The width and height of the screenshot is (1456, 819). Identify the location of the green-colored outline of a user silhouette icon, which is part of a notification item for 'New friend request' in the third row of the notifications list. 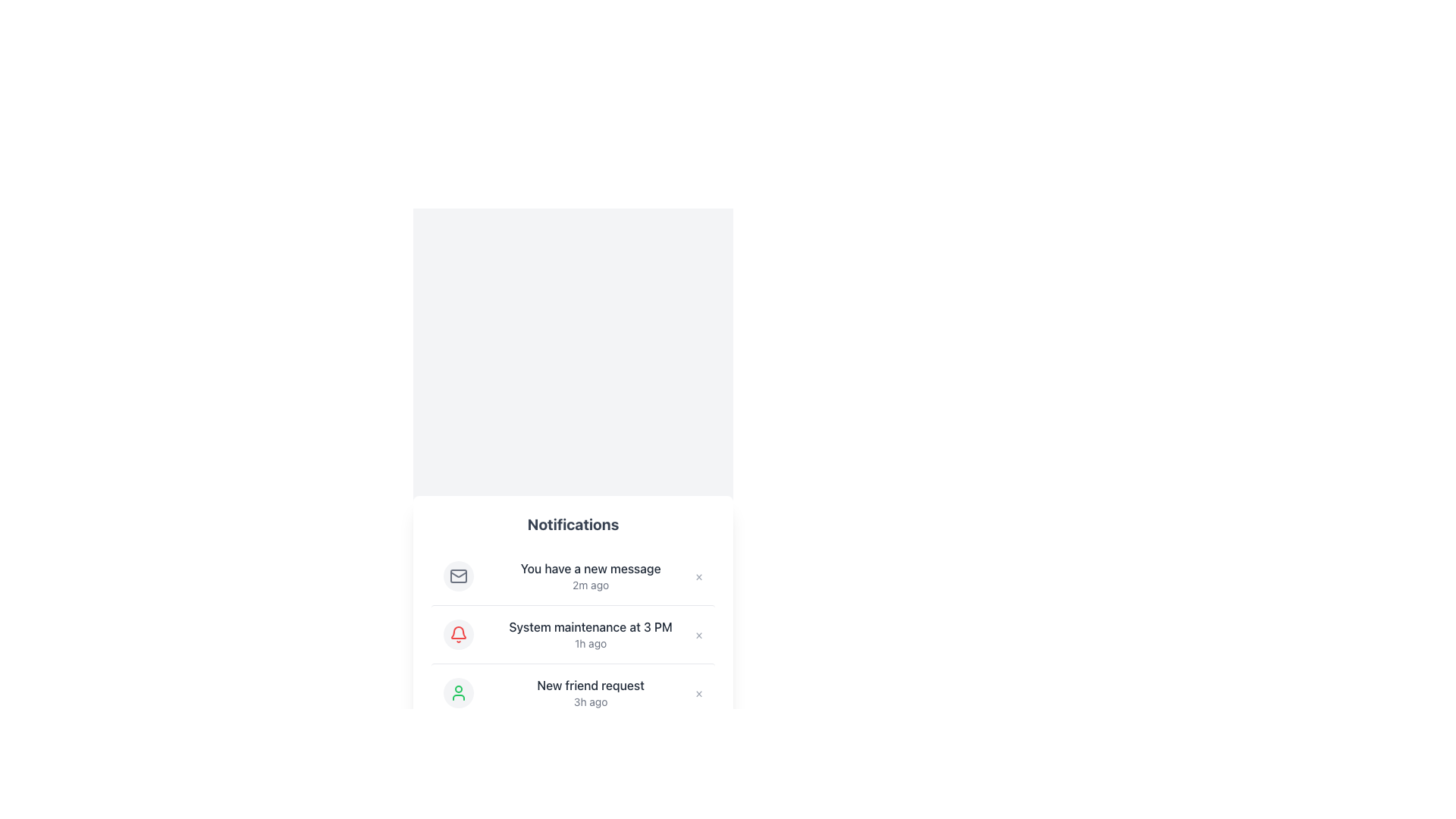
(457, 693).